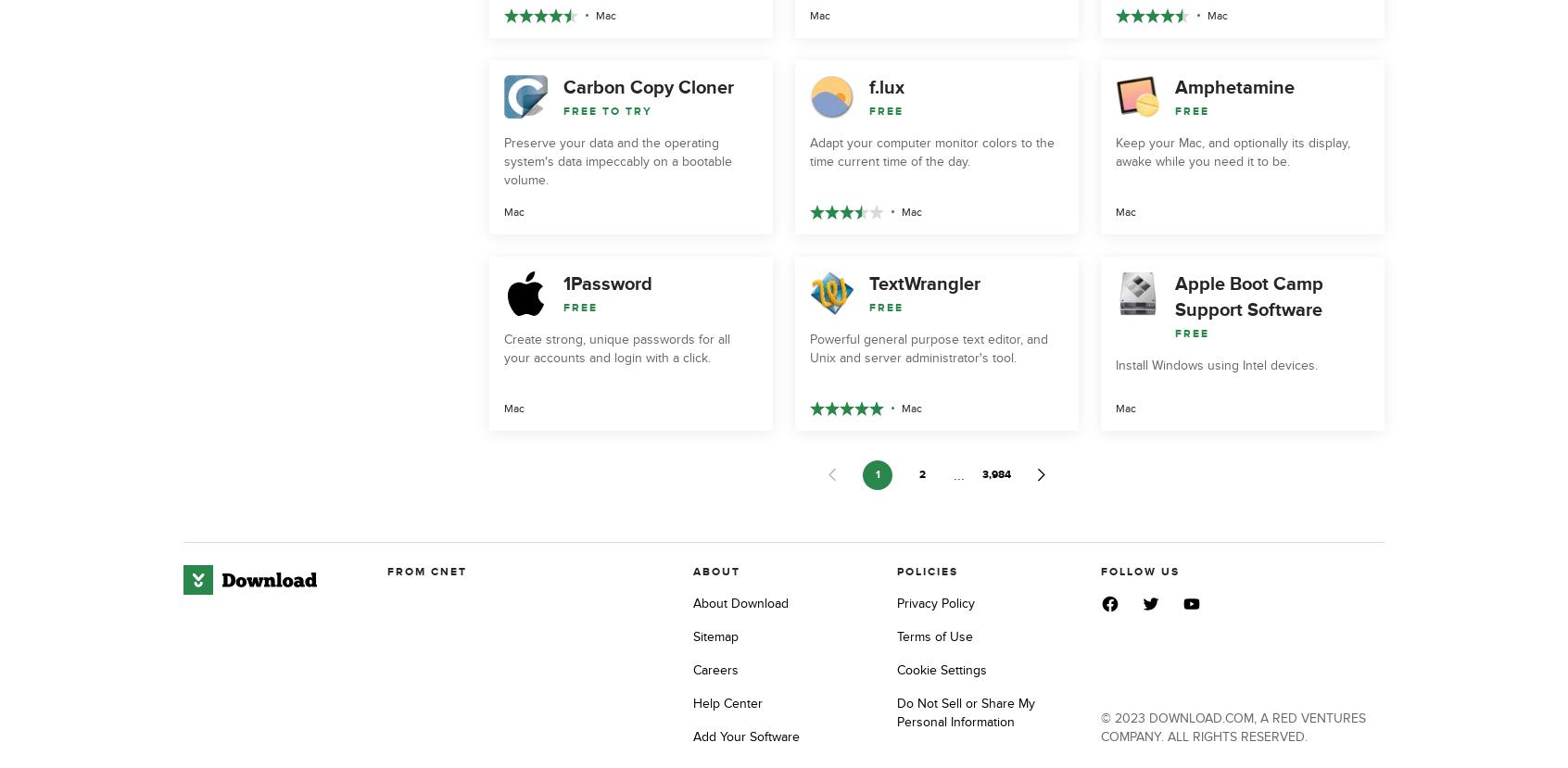 Image resolution: width=1568 pixels, height=768 pixels. Describe the element at coordinates (1249, 296) in the screenshot. I see `'Apple Boot Camp Support Software'` at that location.